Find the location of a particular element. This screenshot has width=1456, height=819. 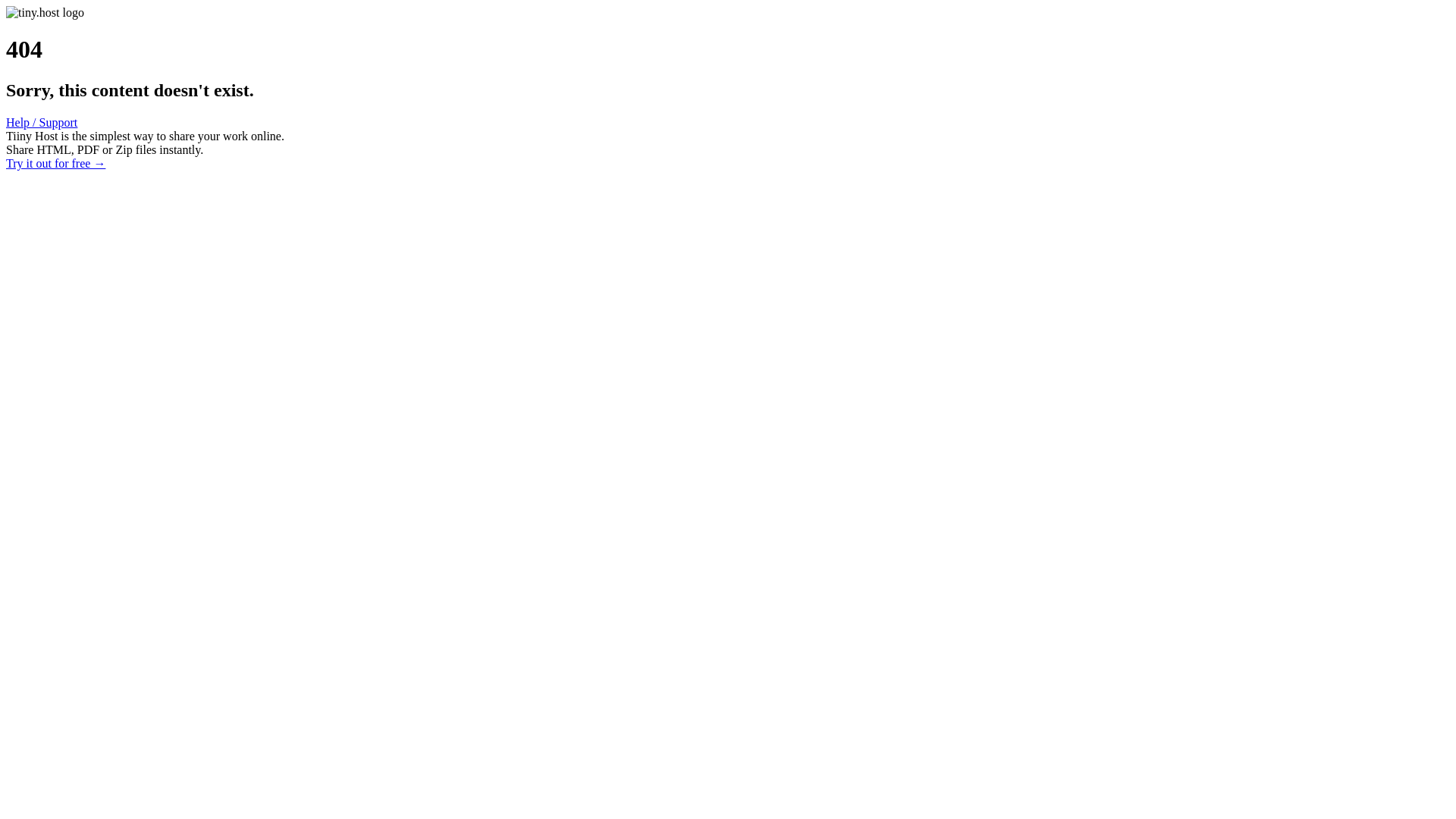

'Help / Support' is located at coordinates (41, 121).